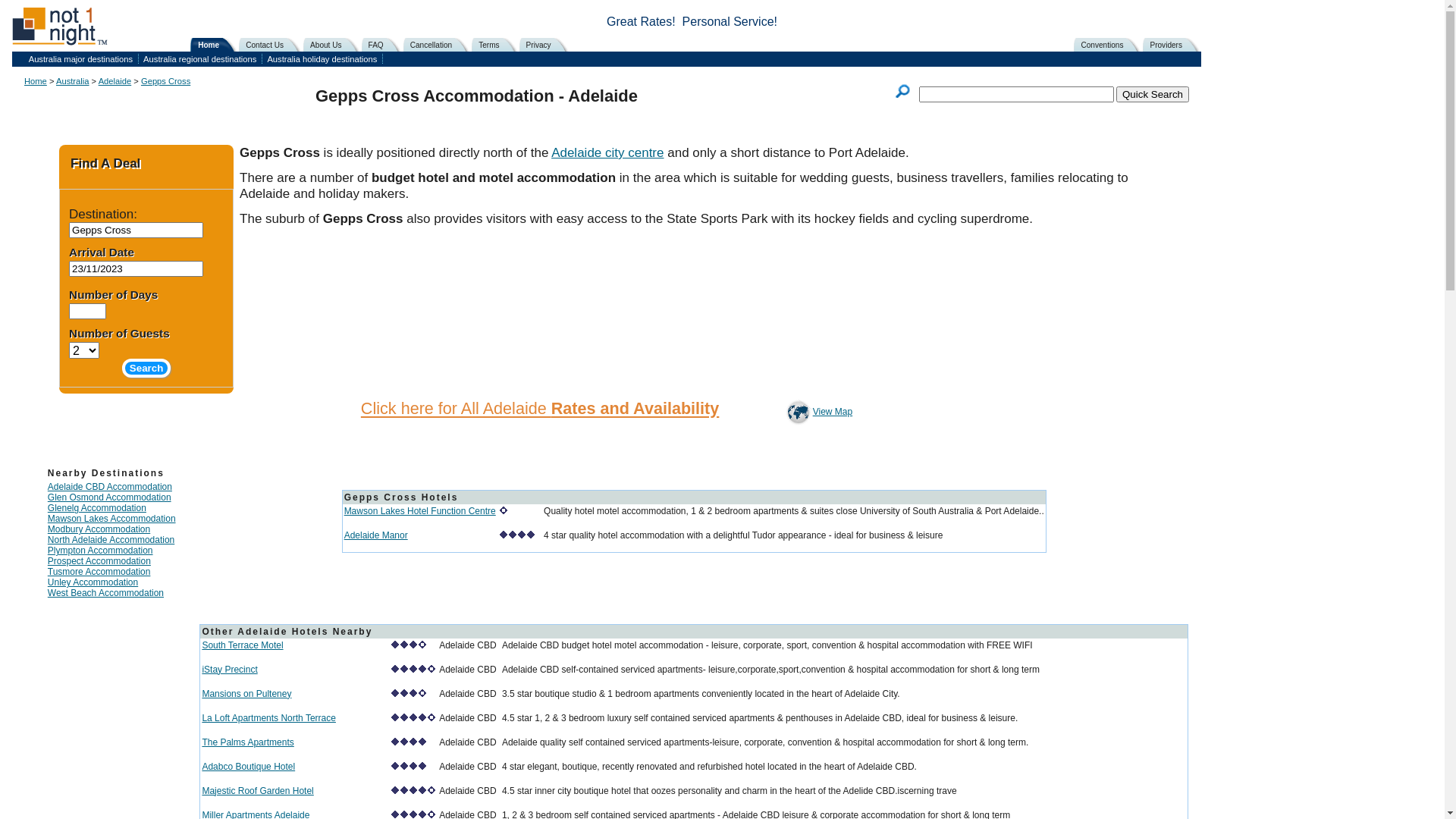 This screenshot has height=819, width=1456. What do you see at coordinates (496, 43) in the screenshot?
I see `'Terms'` at bounding box center [496, 43].